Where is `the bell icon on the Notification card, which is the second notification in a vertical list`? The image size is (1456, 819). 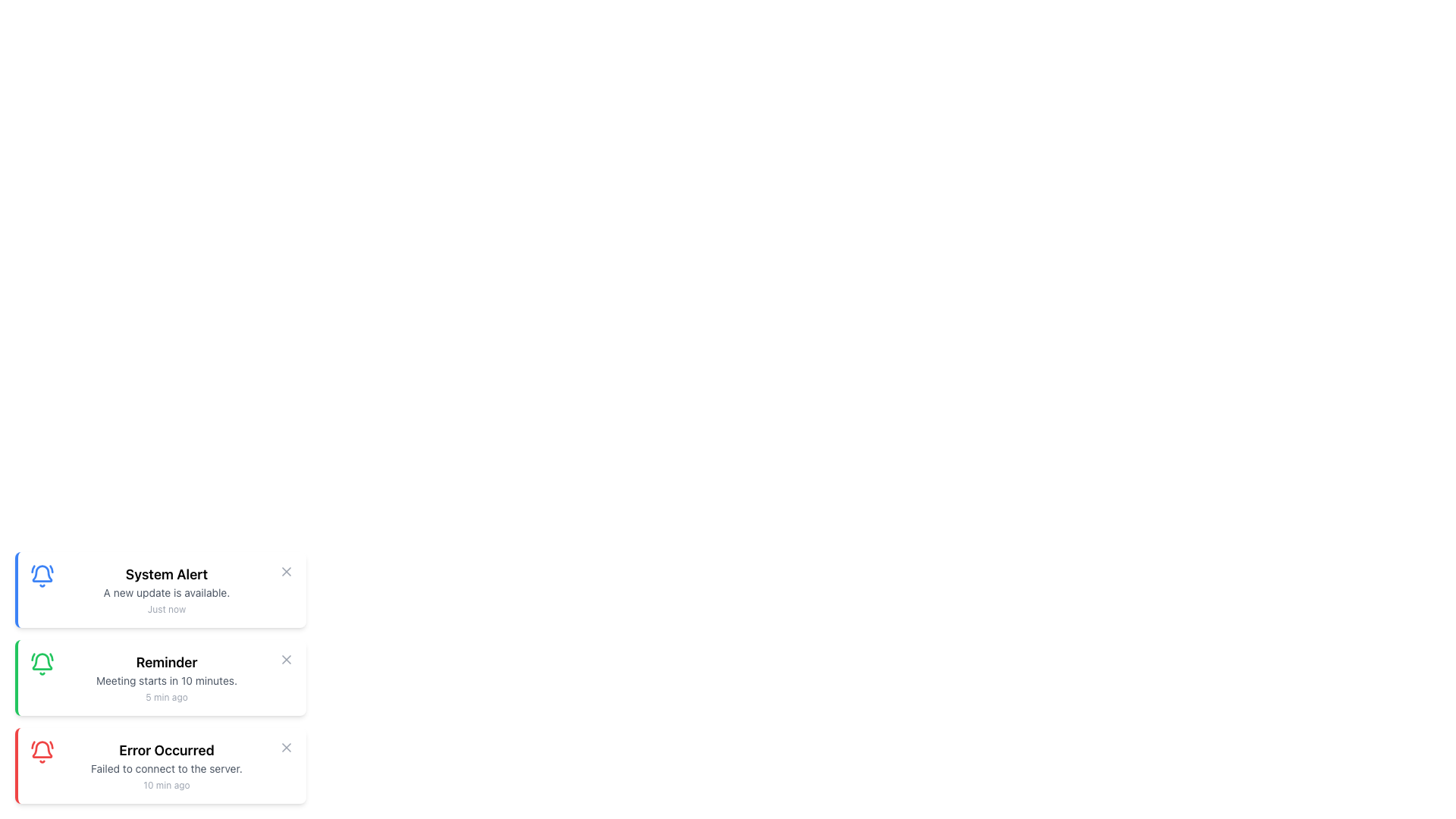
the bell icon on the Notification card, which is the second notification in a vertical list is located at coordinates (160, 677).